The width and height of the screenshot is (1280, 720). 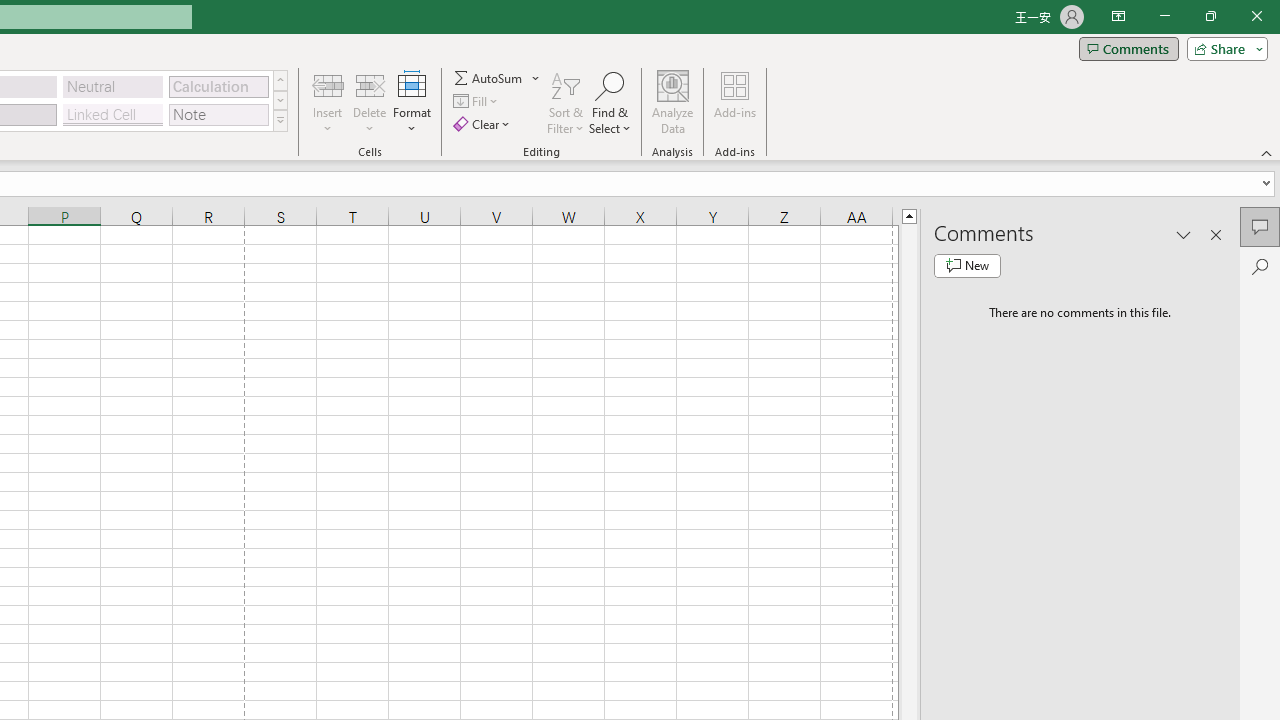 What do you see at coordinates (279, 120) in the screenshot?
I see `'Cell Styles'` at bounding box center [279, 120].